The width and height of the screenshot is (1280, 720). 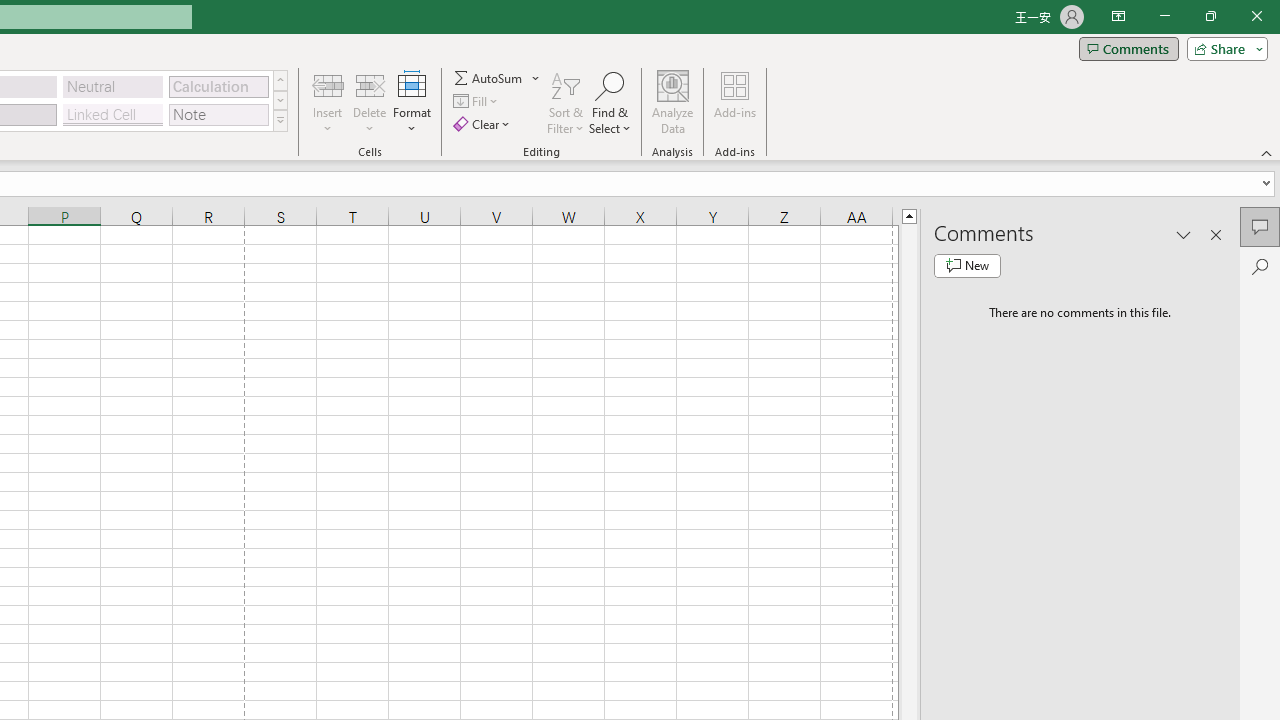 What do you see at coordinates (279, 120) in the screenshot?
I see `'Cell Styles'` at bounding box center [279, 120].